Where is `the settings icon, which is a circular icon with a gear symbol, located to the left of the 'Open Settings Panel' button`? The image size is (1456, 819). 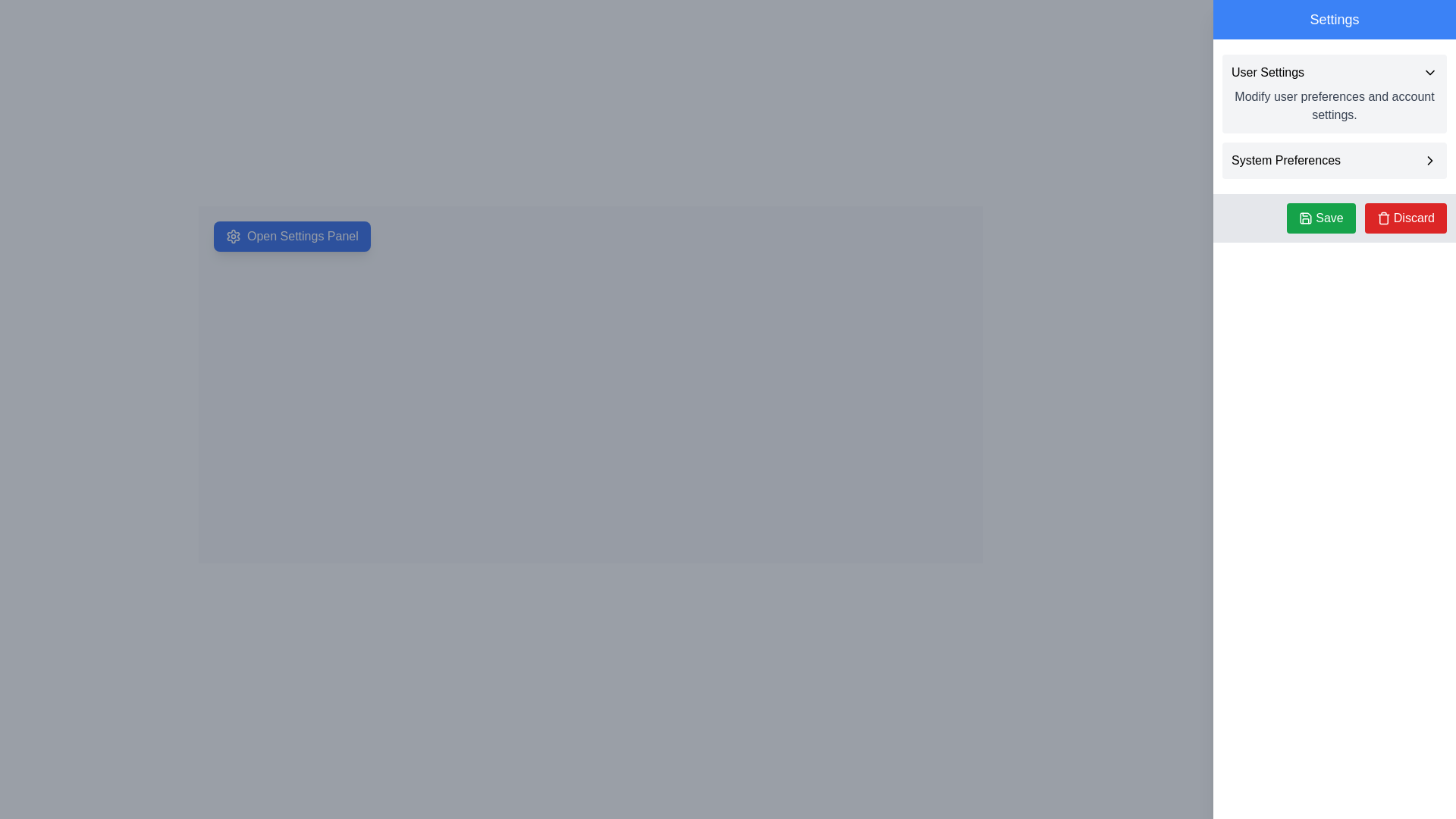
the settings icon, which is a circular icon with a gear symbol, located to the left of the 'Open Settings Panel' button is located at coordinates (232, 237).